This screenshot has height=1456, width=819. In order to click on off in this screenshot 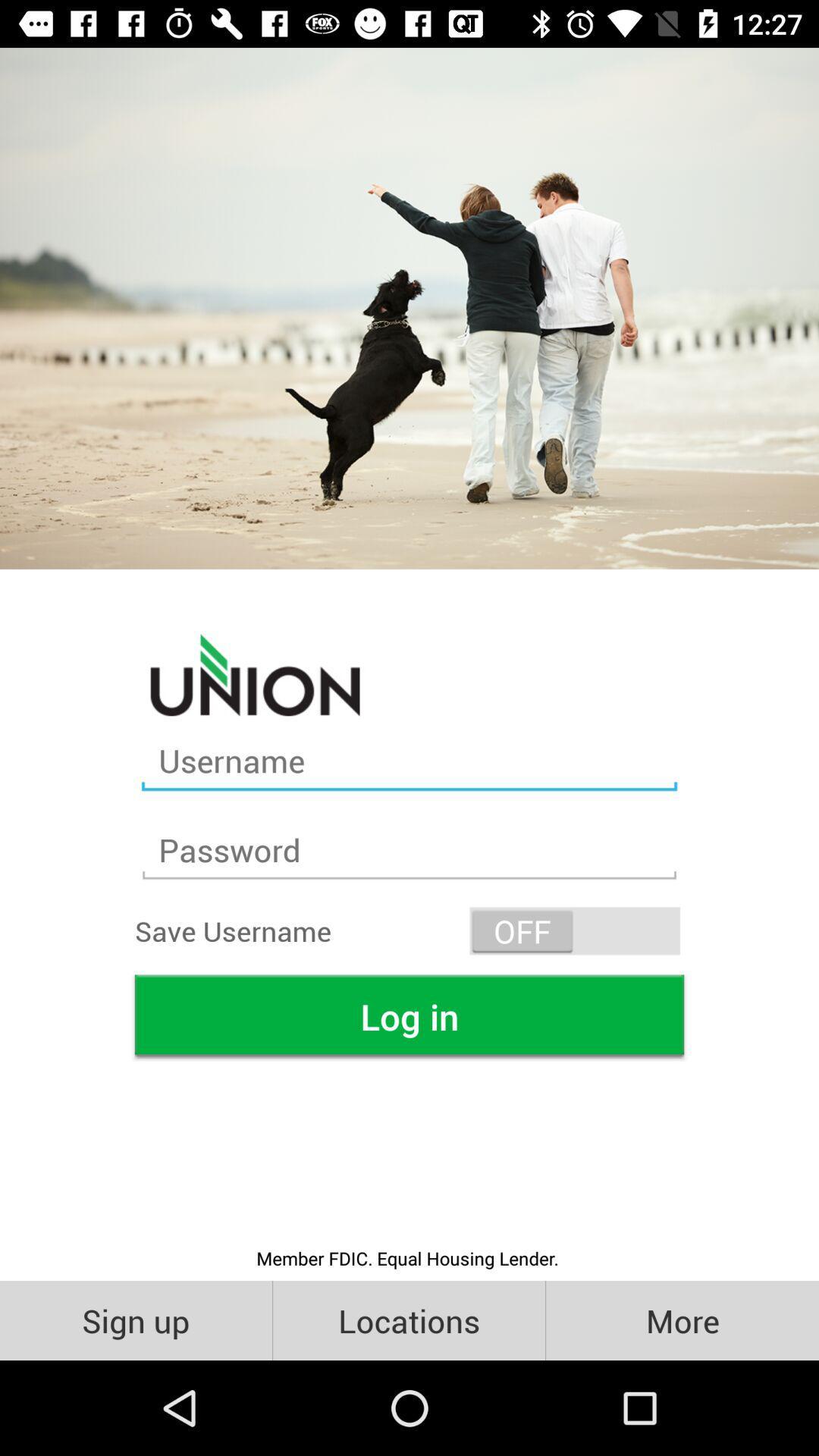, I will do `click(575, 930)`.